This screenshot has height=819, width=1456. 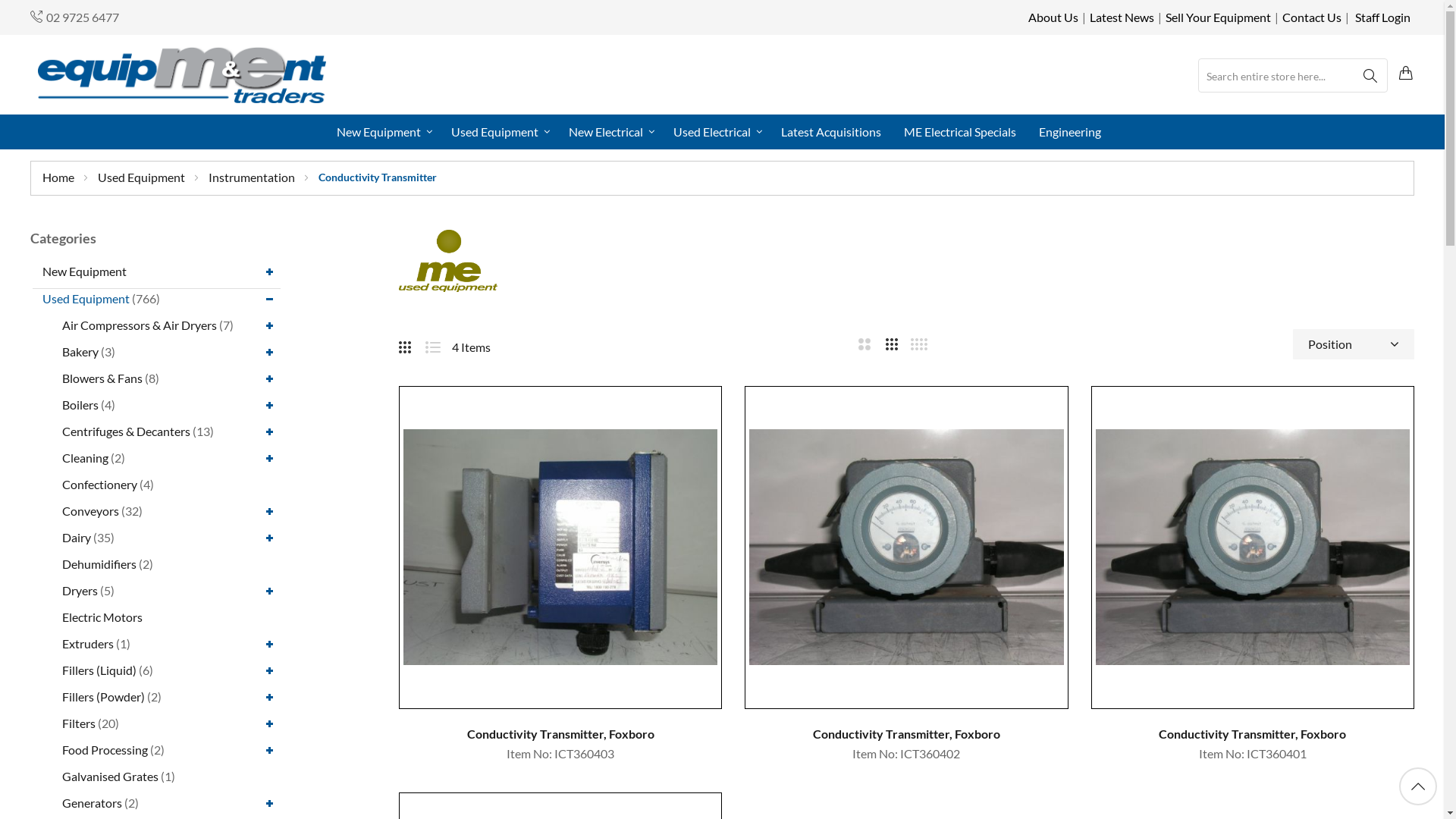 I want to click on 'About Us', so click(x=1052, y=17).